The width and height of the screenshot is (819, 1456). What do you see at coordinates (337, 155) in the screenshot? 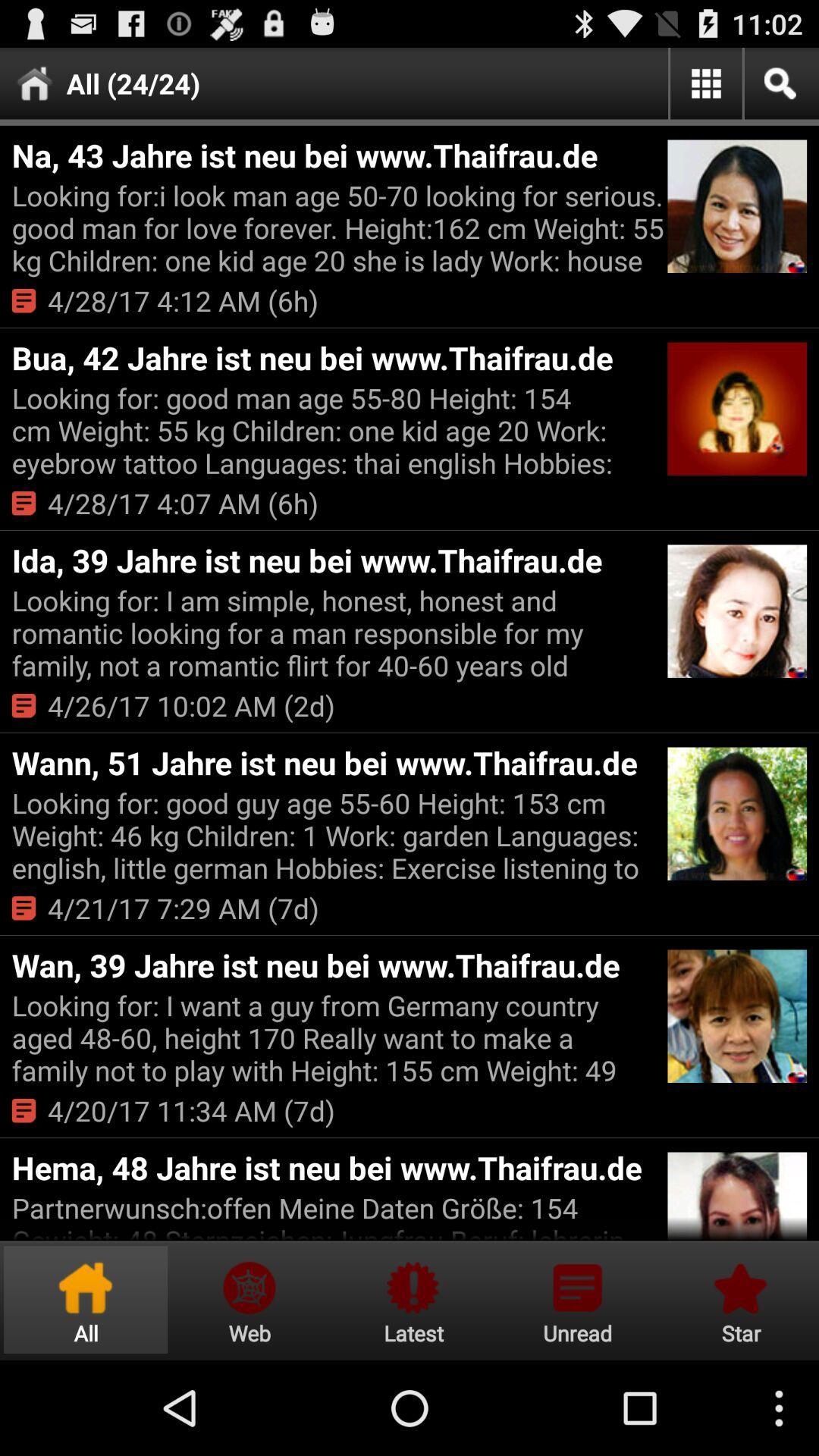
I see `app above the looking for i item` at bounding box center [337, 155].